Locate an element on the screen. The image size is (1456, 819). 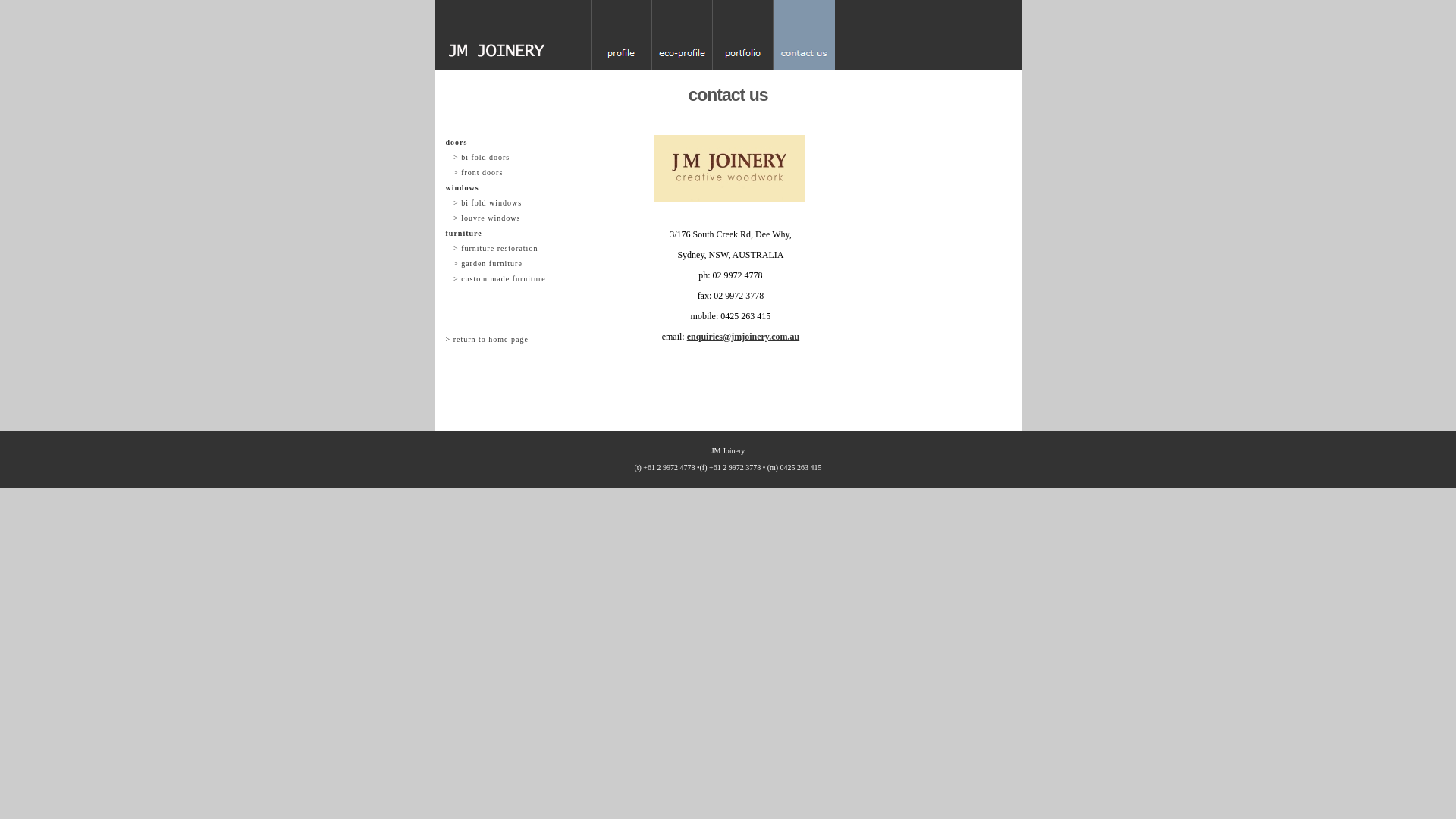
'doors' is located at coordinates (432, 143).